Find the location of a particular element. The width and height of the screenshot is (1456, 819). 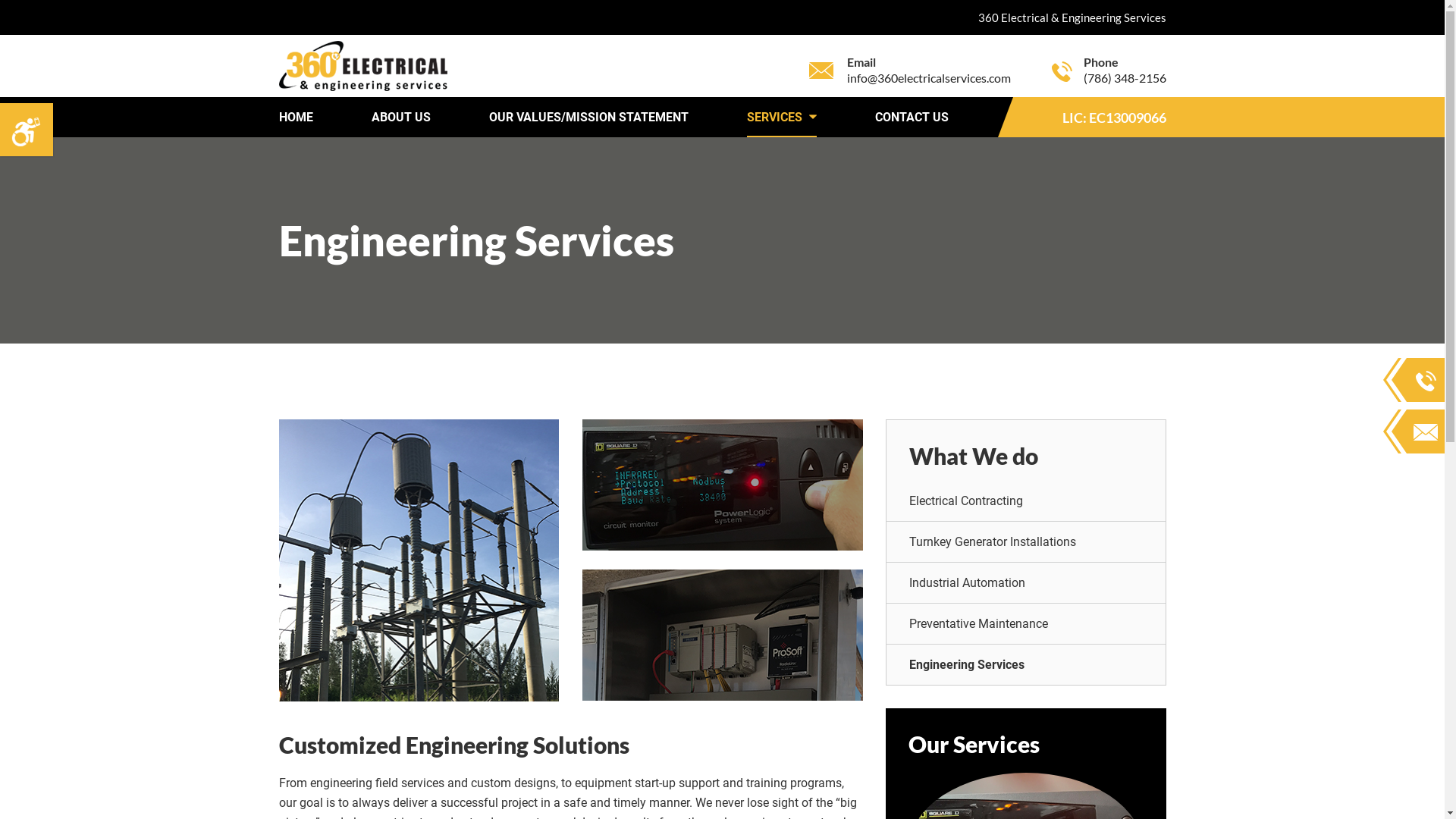

'Email is located at coordinates (909, 69).